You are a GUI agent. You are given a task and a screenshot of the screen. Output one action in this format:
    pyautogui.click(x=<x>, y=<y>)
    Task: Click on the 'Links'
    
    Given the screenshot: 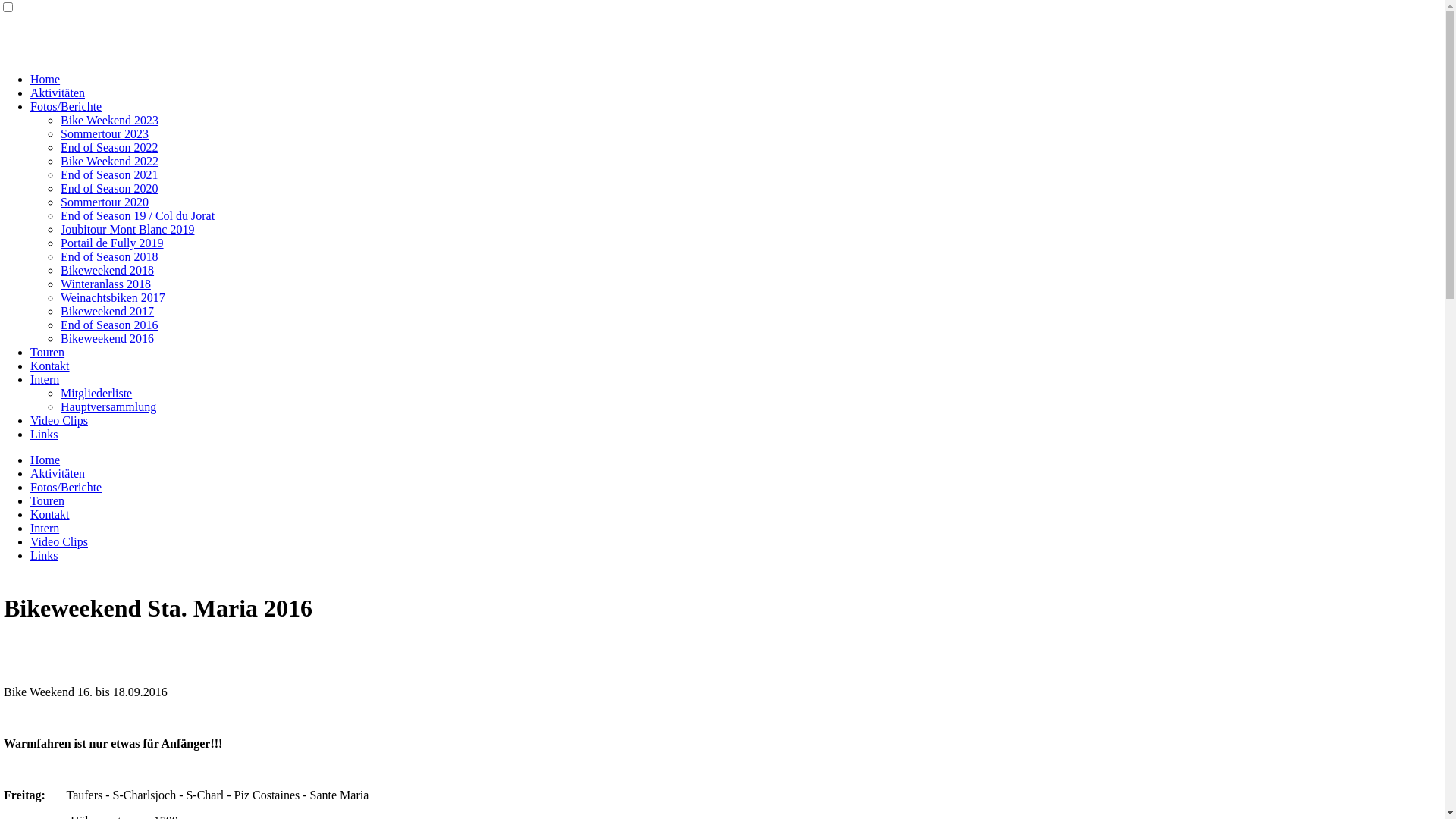 What is the action you would take?
    pyautogui.click(x=43, y=555)
    